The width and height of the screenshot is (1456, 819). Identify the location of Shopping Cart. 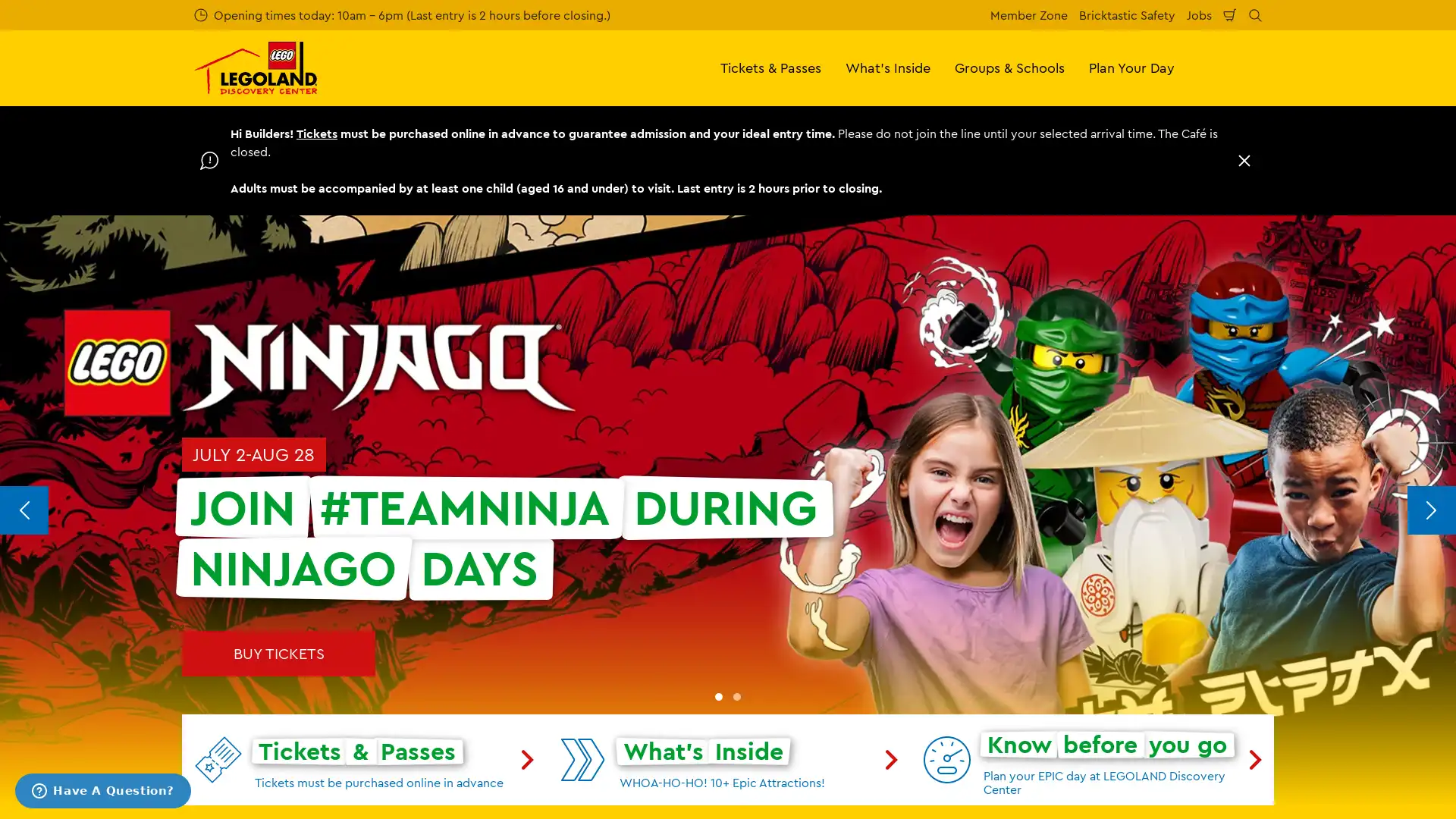
(1230, 14).